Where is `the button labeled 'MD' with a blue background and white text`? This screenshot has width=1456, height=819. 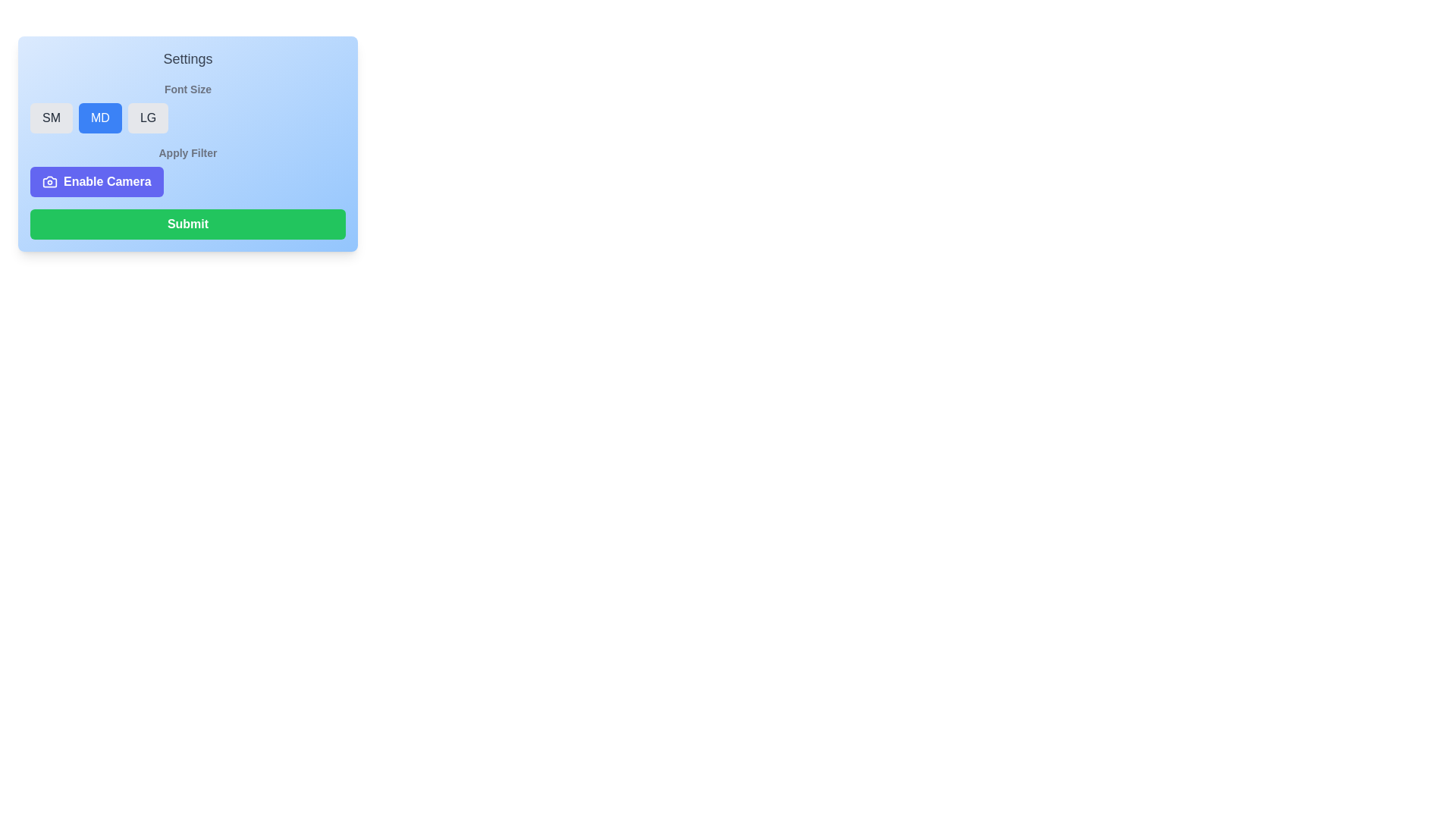 the button labeled 'MD' with a blue background and white text is located at coordinates (99, 117).